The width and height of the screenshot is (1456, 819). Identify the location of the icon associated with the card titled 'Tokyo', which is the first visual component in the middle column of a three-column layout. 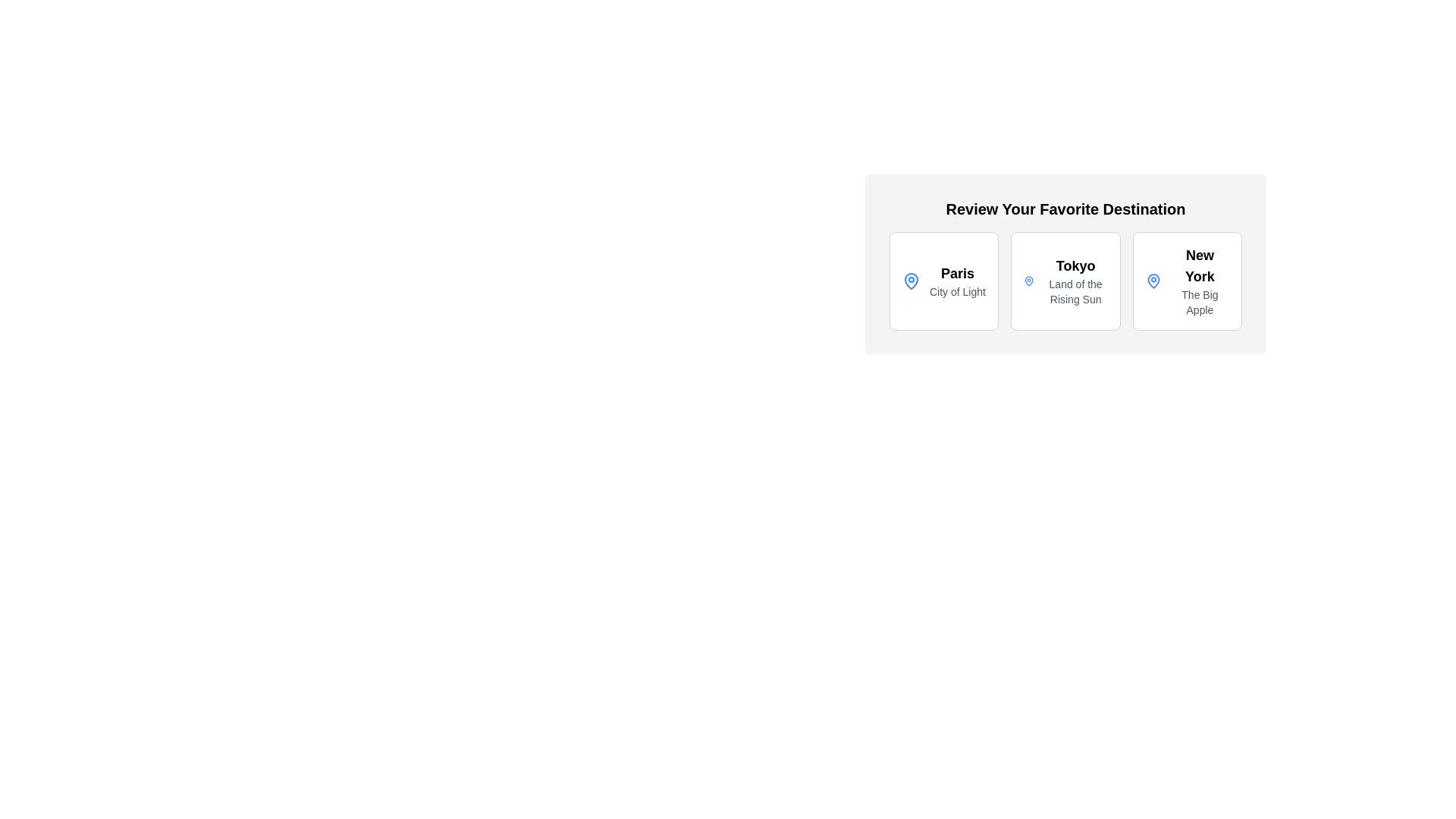
(1029, 281).